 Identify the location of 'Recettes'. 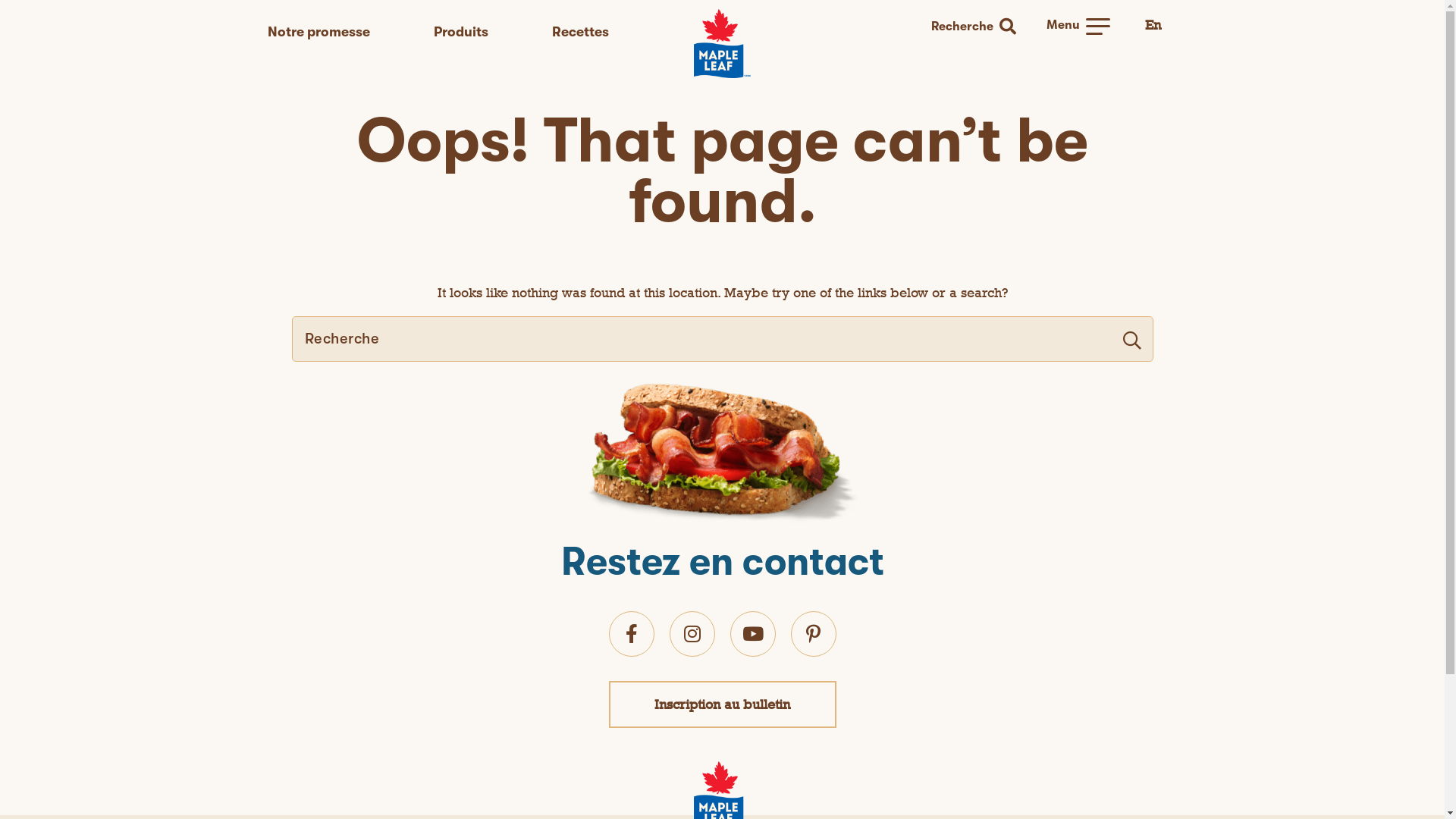
(579, 32).